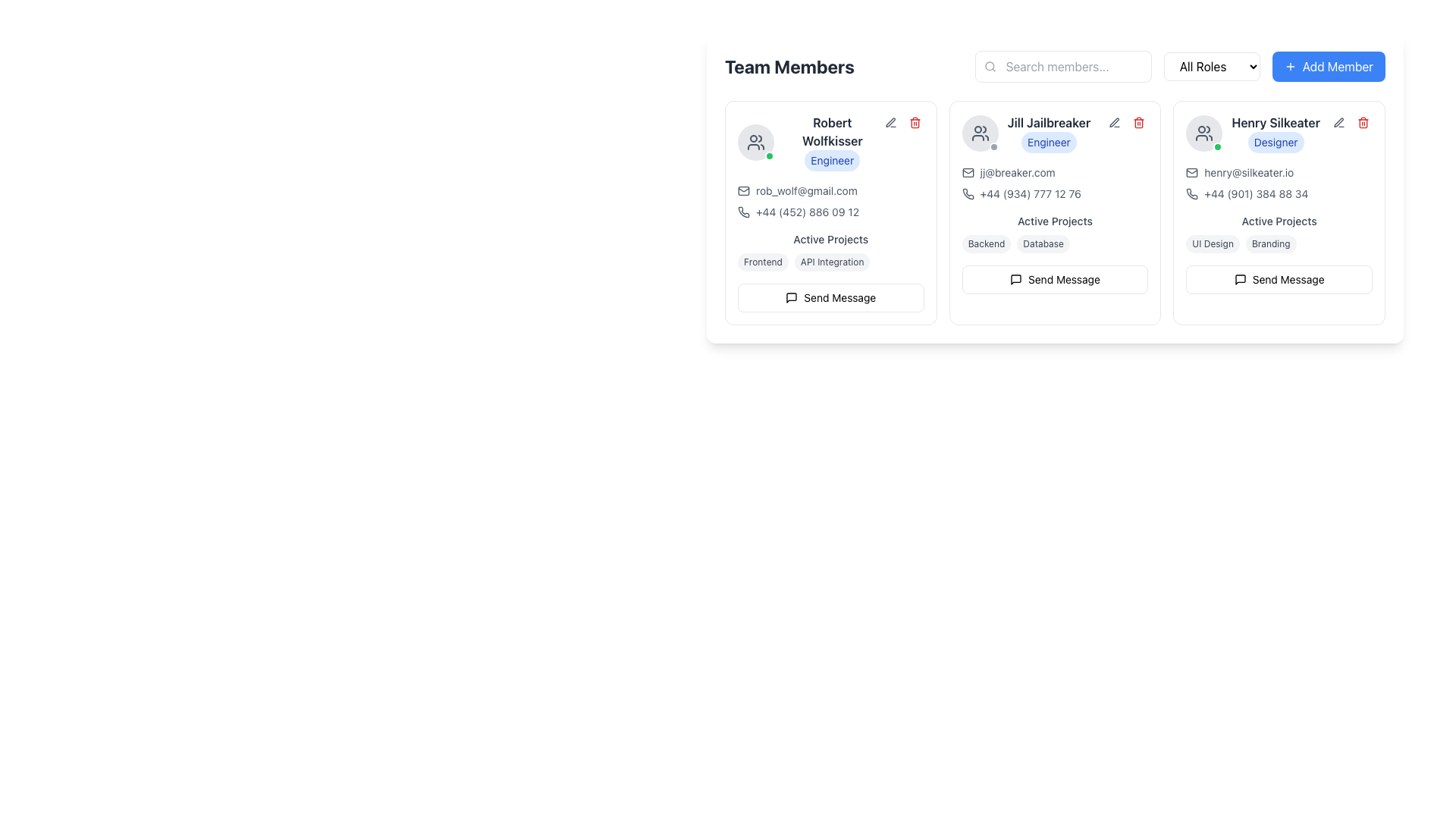 The image size is (1456, 819). I want to click on the Text Block with Badge that displays the name and role of the team member, located in the rightmost card below the avatar icon, so click(1275, 133).